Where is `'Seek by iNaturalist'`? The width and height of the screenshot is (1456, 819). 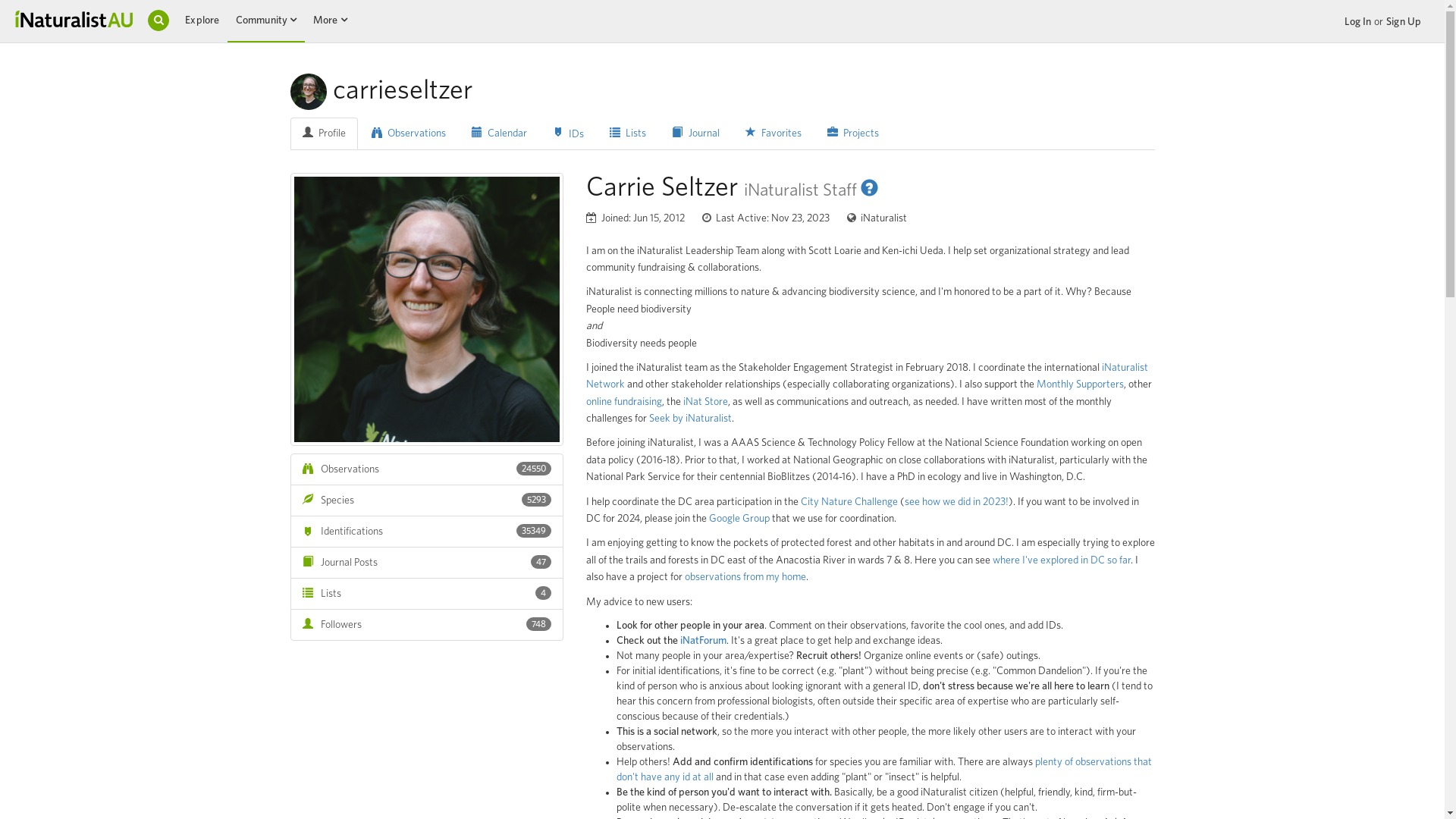
'Seek by iNaturalist' is located at coordinates (689, 418).